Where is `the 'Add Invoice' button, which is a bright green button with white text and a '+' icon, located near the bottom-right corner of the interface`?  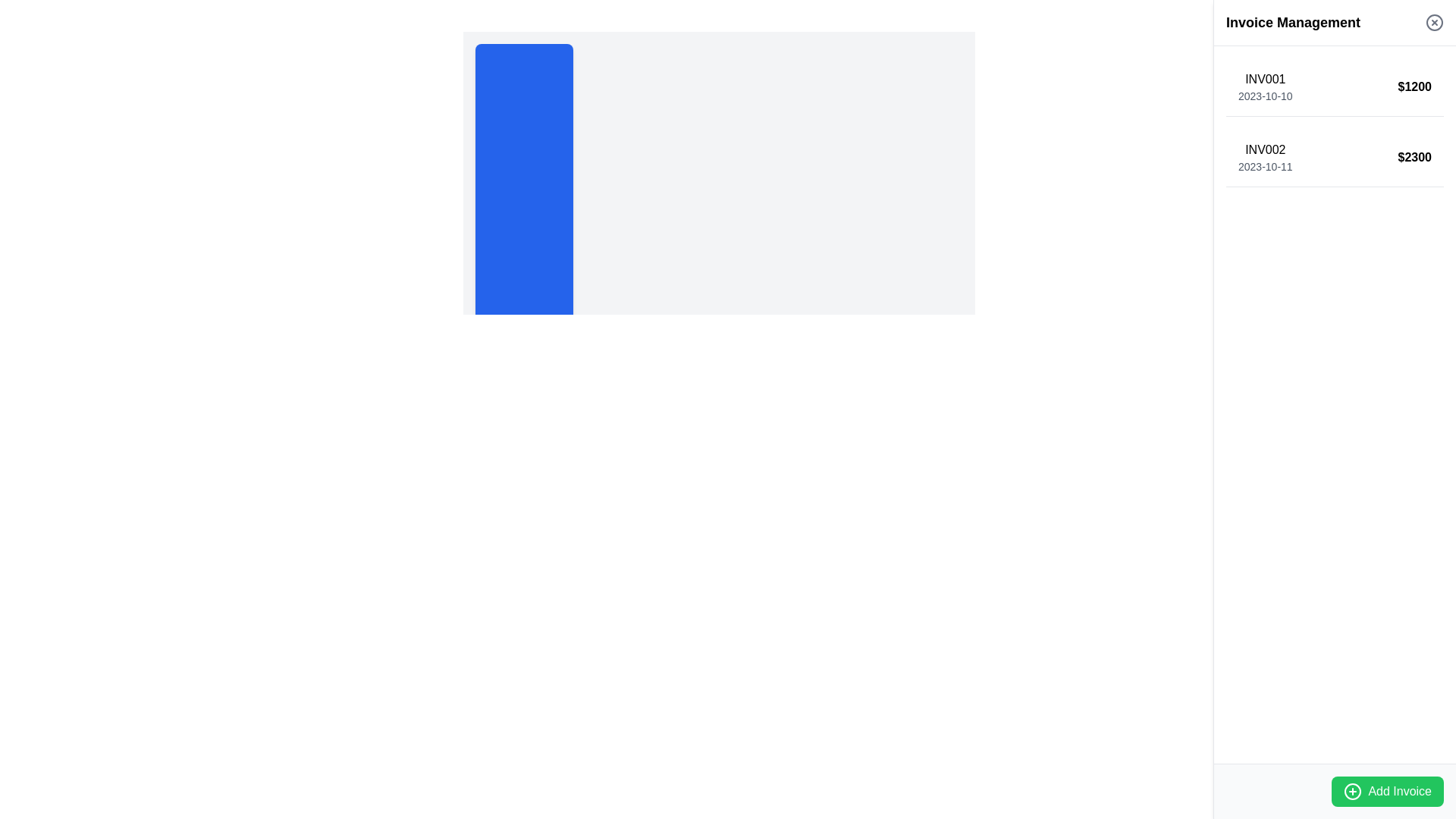
the 'Add Invoice' button, which is a bright green button with white text and a '+' icon, located near the bottom-right corner of the interface is located at coordinates (1388, 791).